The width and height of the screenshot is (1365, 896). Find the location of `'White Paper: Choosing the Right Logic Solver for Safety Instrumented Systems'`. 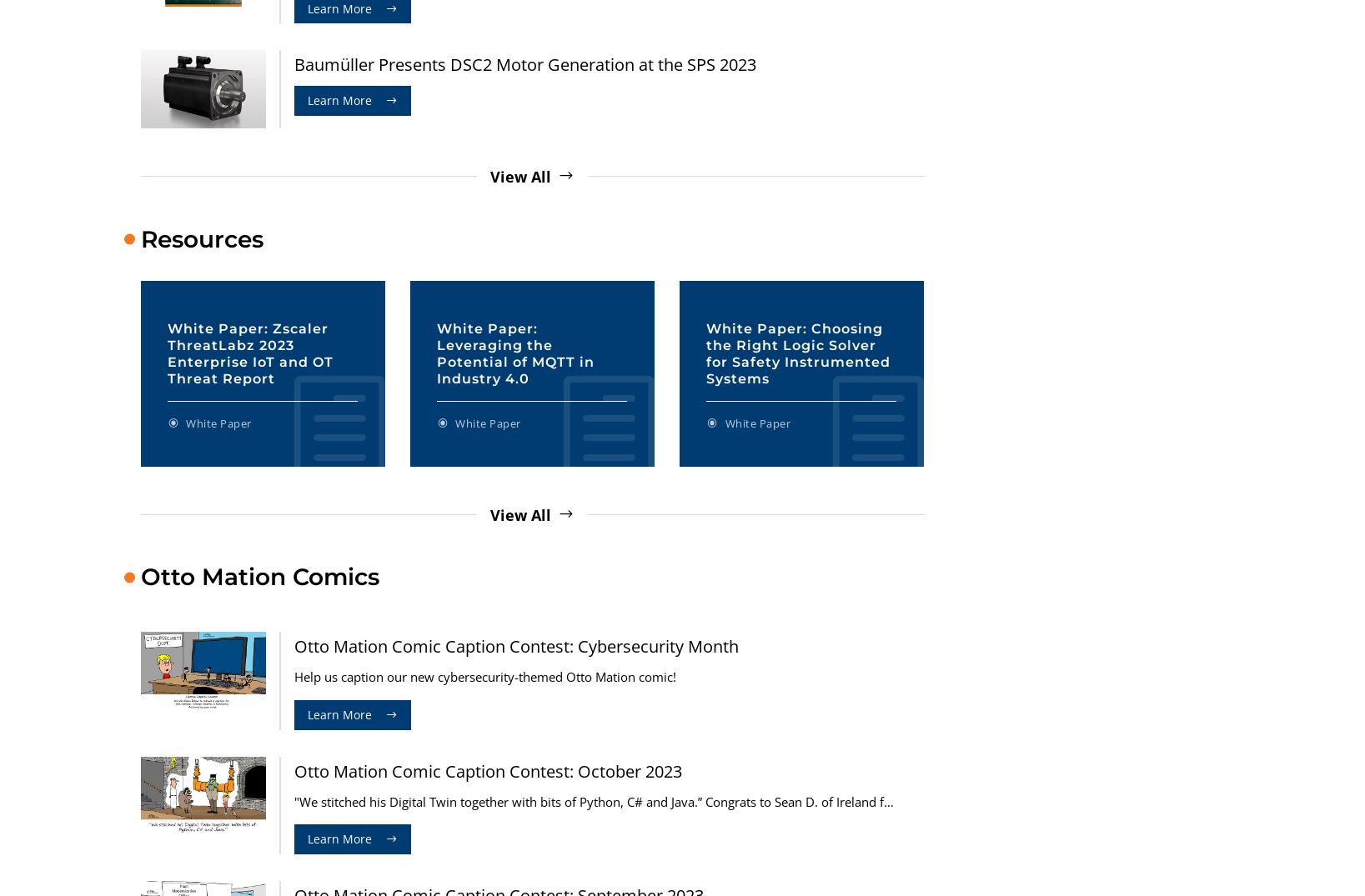

'White Paper: Choosing the Right Logic Solver for Safety Instrumented Systems' is located at coordinates (798, 352).